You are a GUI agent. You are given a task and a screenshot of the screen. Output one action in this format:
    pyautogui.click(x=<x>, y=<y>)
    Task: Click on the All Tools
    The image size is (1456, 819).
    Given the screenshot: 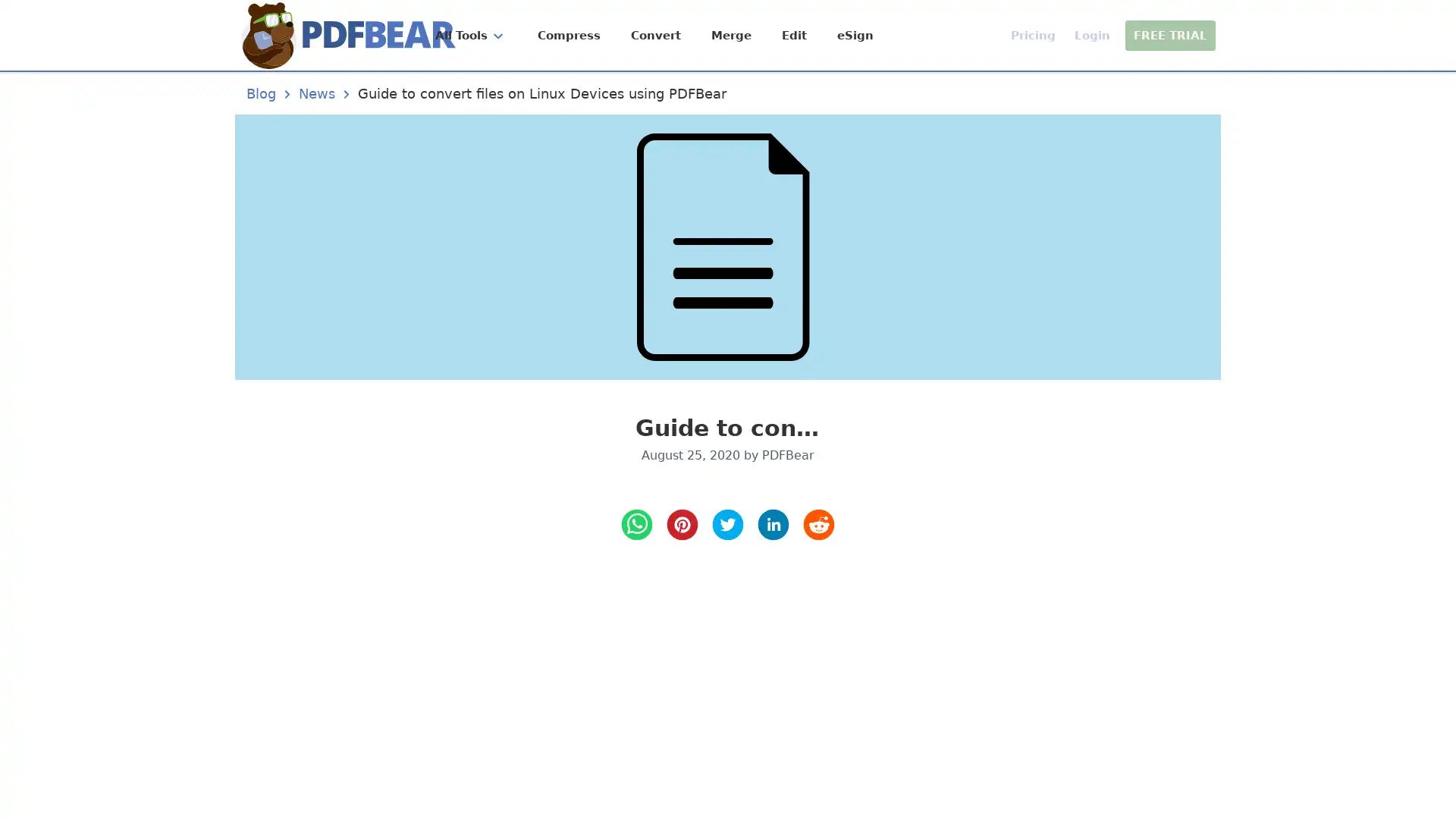 What is the action you would take?
    pyautogui.click(x=467, y=34)
    